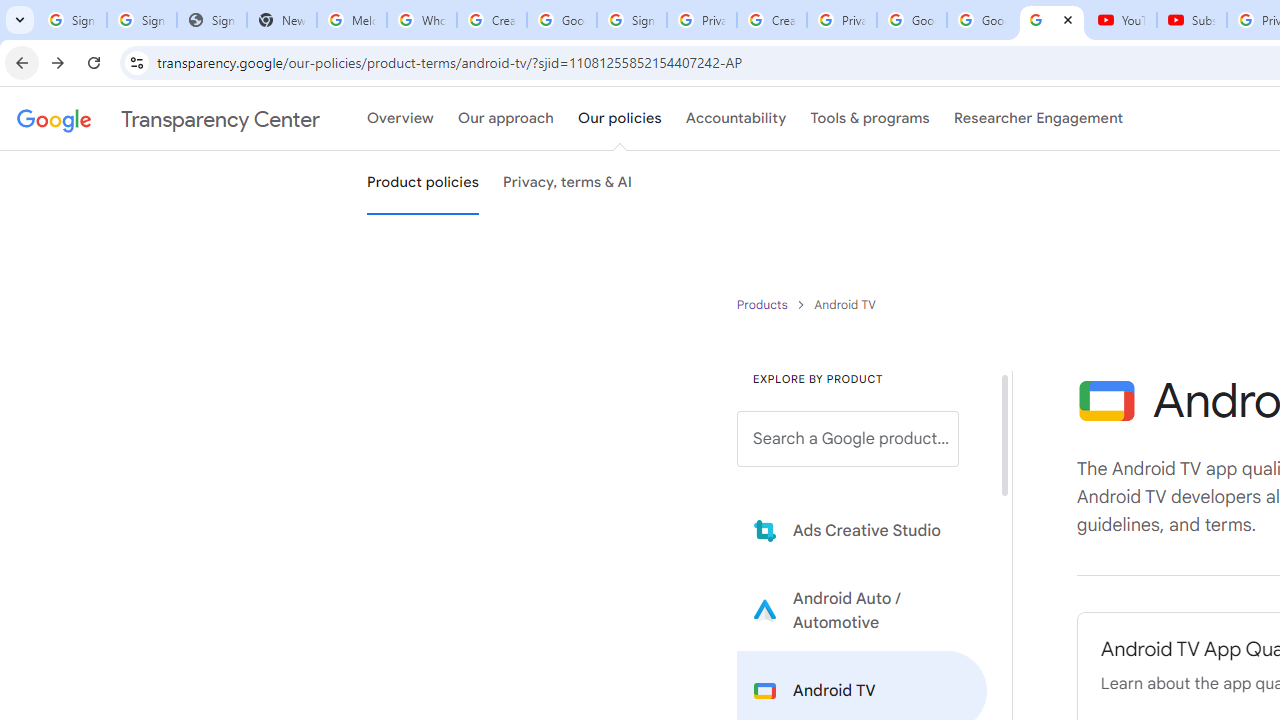 Image resolution: width=1280 pixels, height=720 pixels. Describe the element at coordinates (1192, 20) in the screenshot. I see `'Subscriptions - YouTube'` at that location.